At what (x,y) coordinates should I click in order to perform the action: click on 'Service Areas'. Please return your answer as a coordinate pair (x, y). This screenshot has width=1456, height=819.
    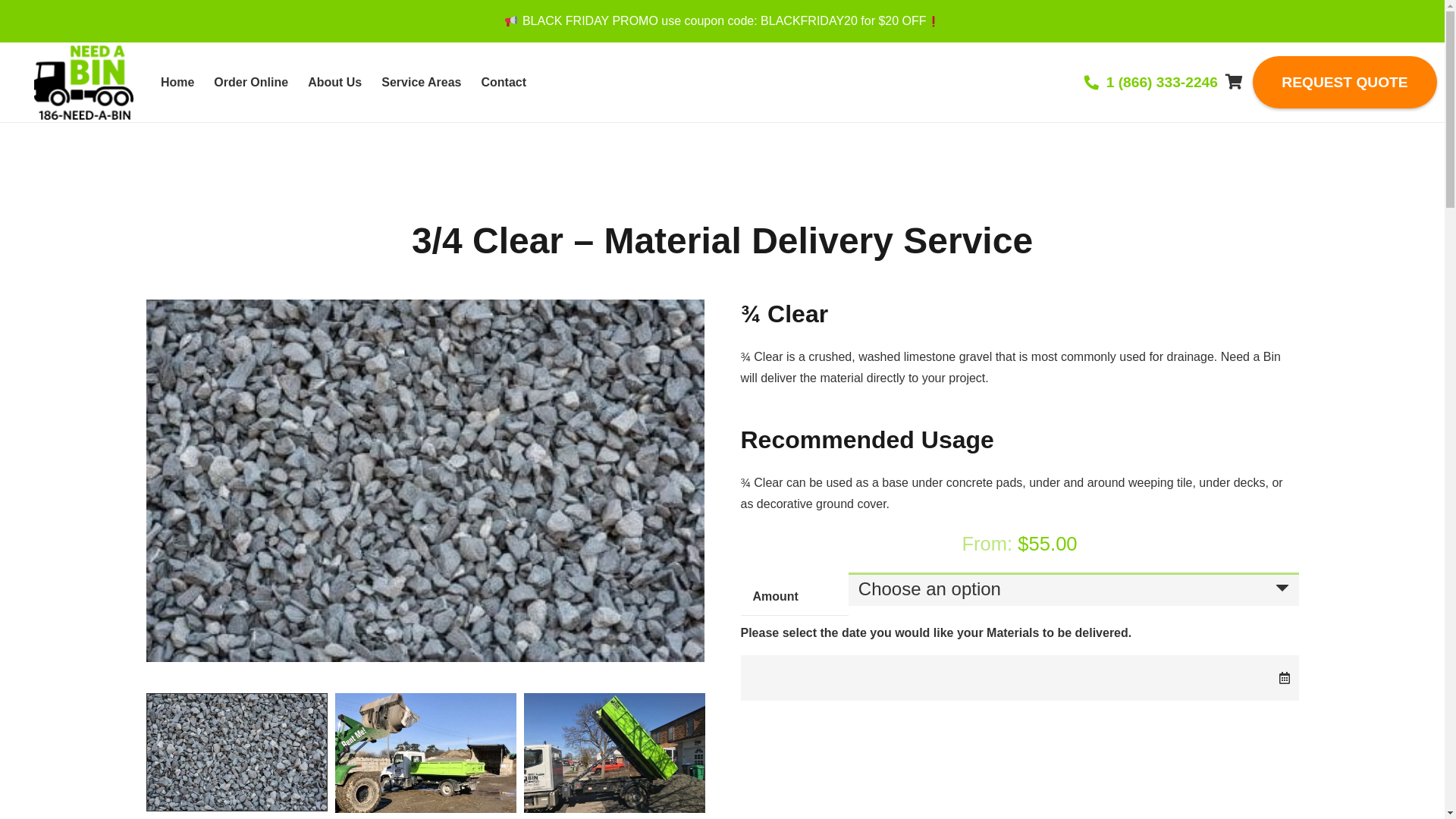
    Looking at the image, I should click on (421, 82).